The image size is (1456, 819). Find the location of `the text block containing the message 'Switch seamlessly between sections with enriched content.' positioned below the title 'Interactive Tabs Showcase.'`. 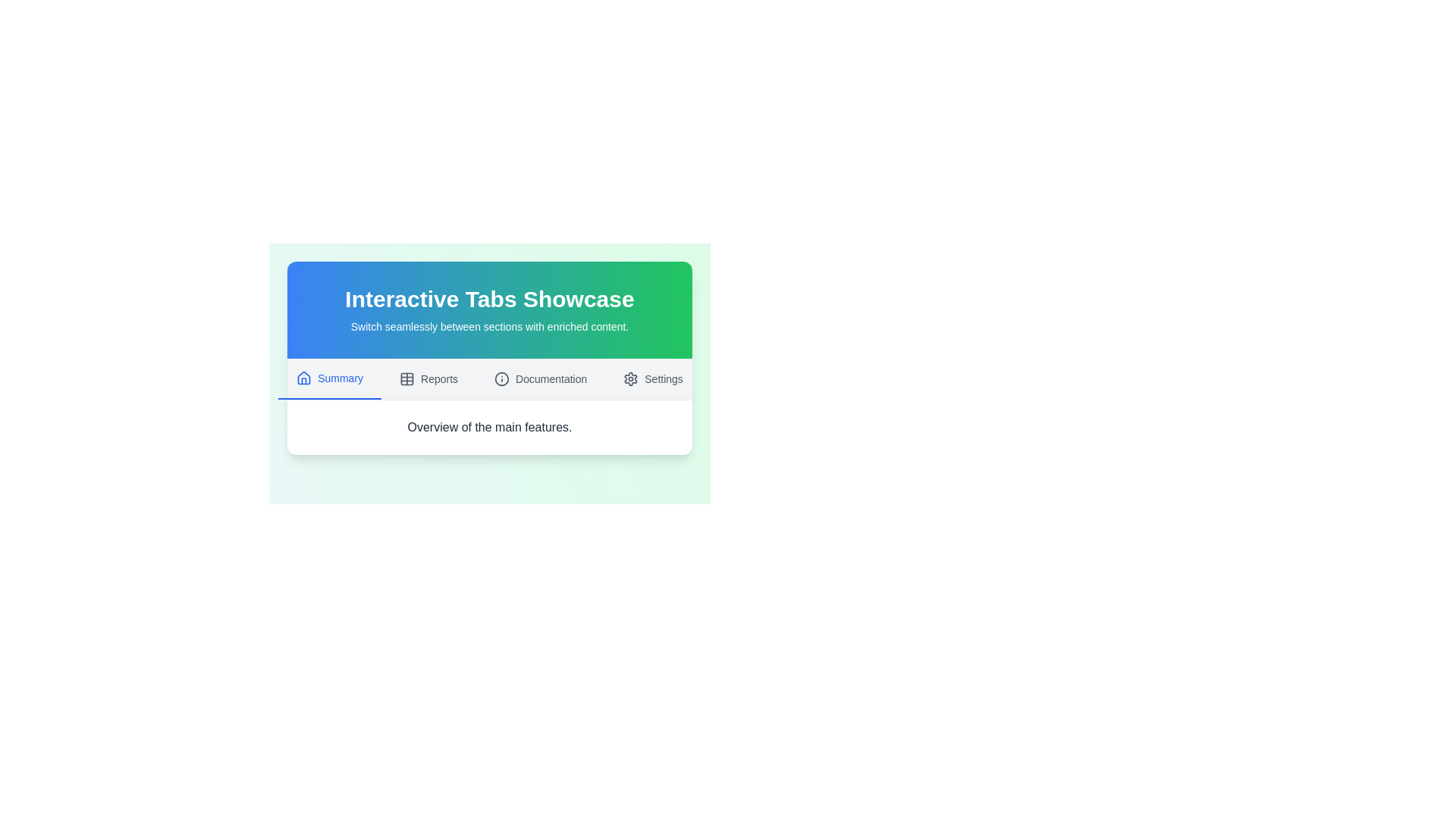

the text block containing the message 'Switch seamlessly between sections with enriched content.' positioned below the title 'Interactive Tabs Showcase.' is located at coordinates (490, 326).